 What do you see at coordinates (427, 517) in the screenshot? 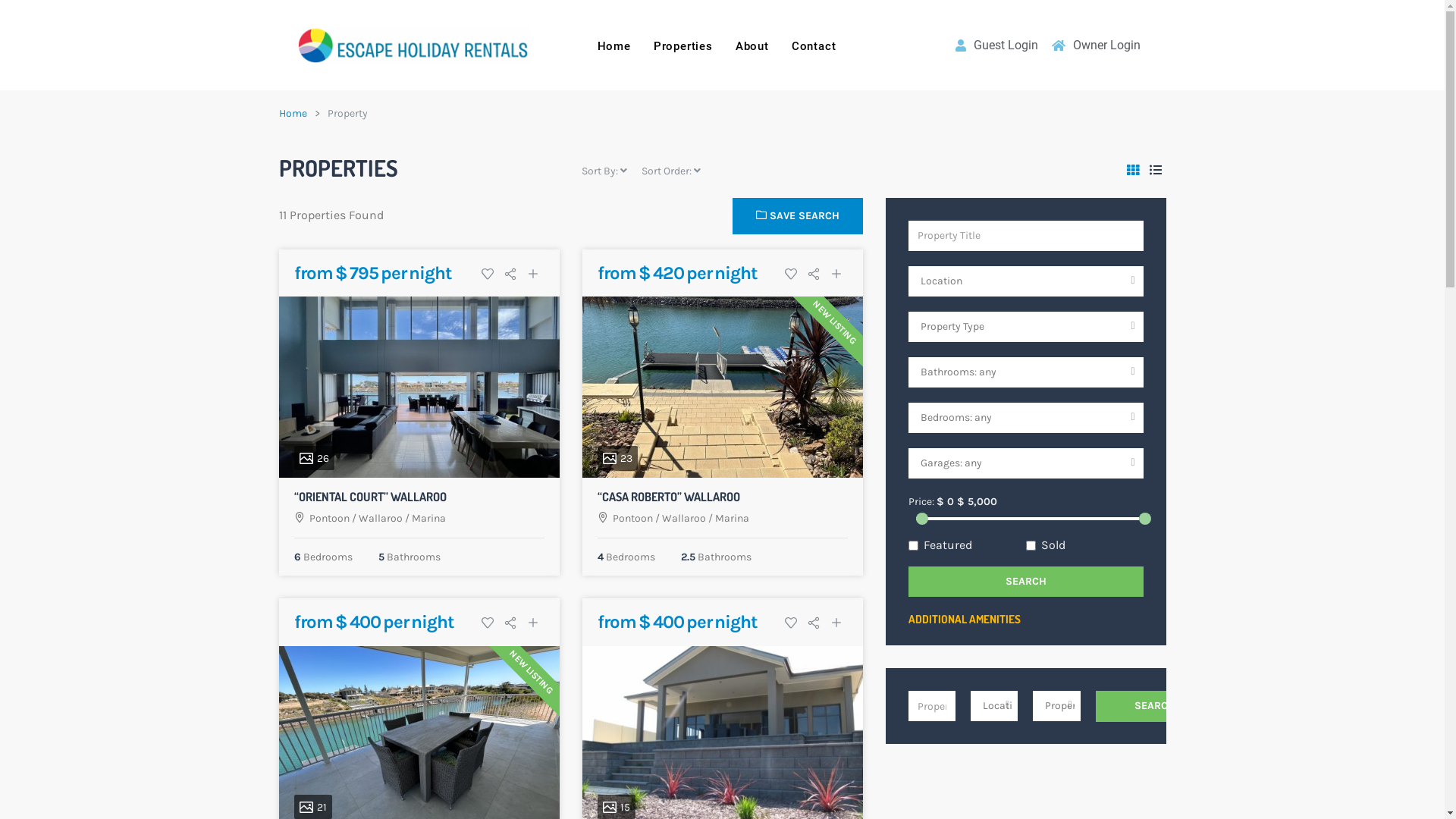
I see `'Marina'` at bounding box center [427, 517].